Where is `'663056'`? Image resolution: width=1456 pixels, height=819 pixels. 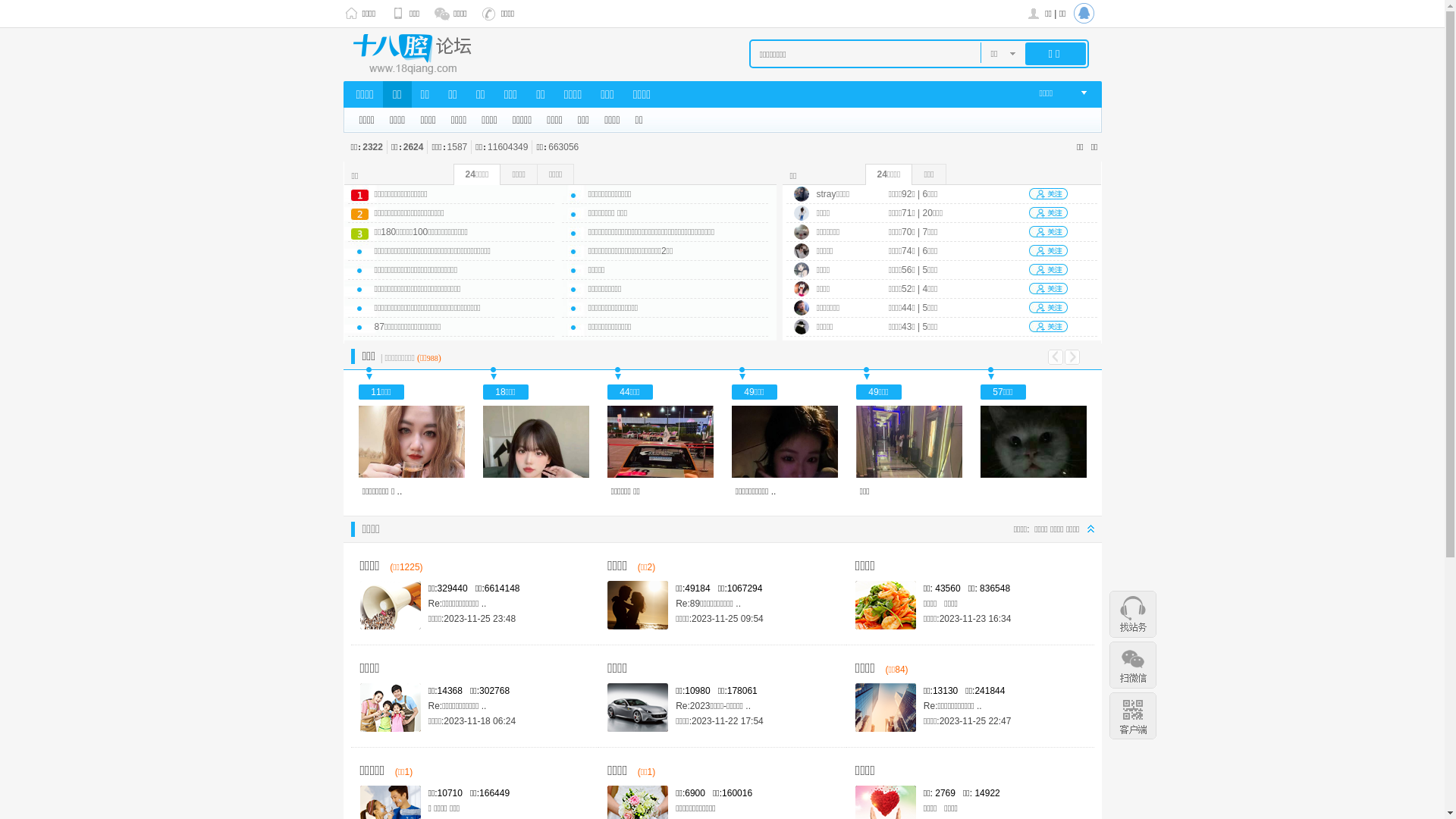
'663056' is located at coordinates (563, 146).